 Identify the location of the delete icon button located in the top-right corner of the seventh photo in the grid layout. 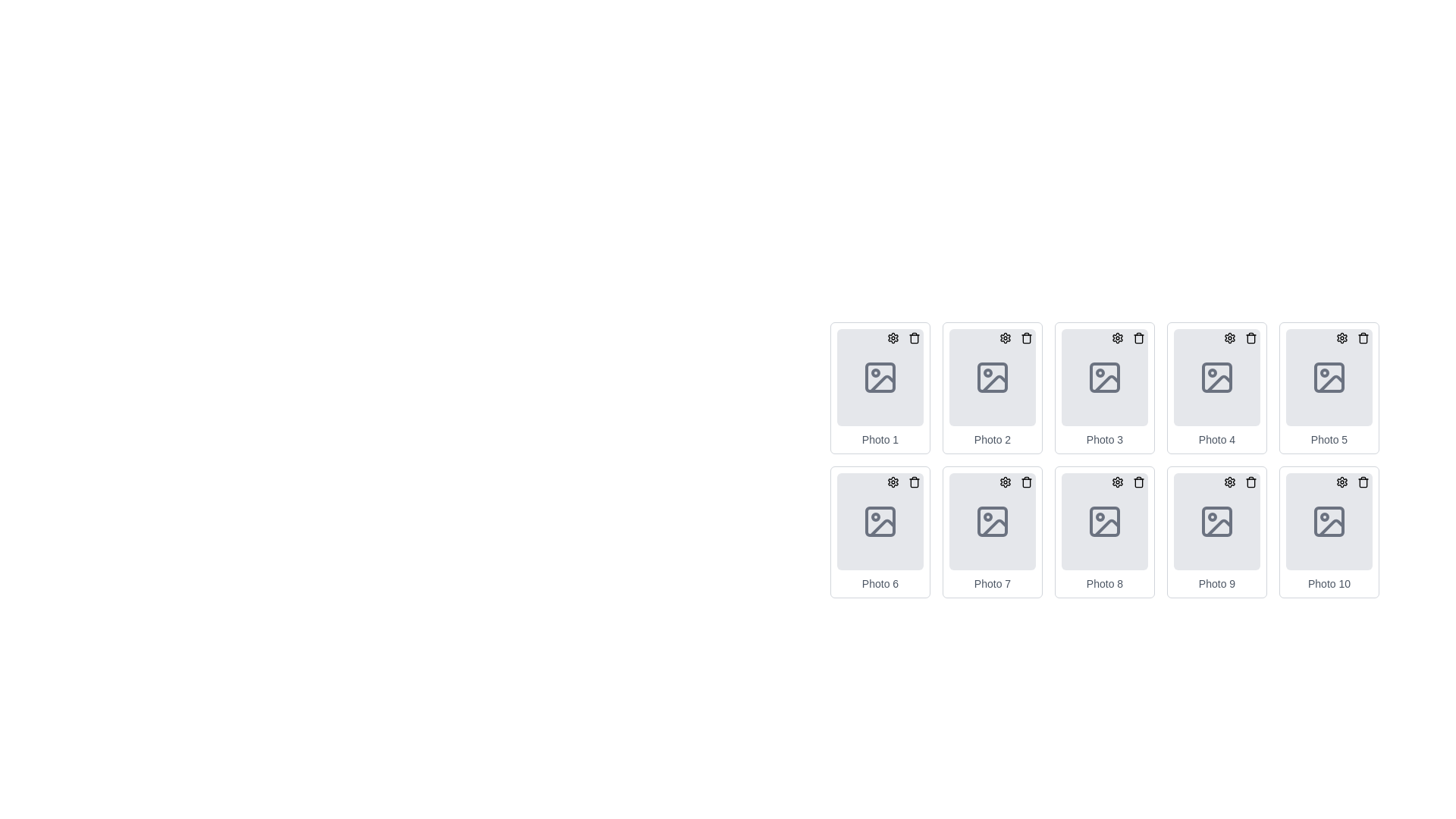
(1026, 482).